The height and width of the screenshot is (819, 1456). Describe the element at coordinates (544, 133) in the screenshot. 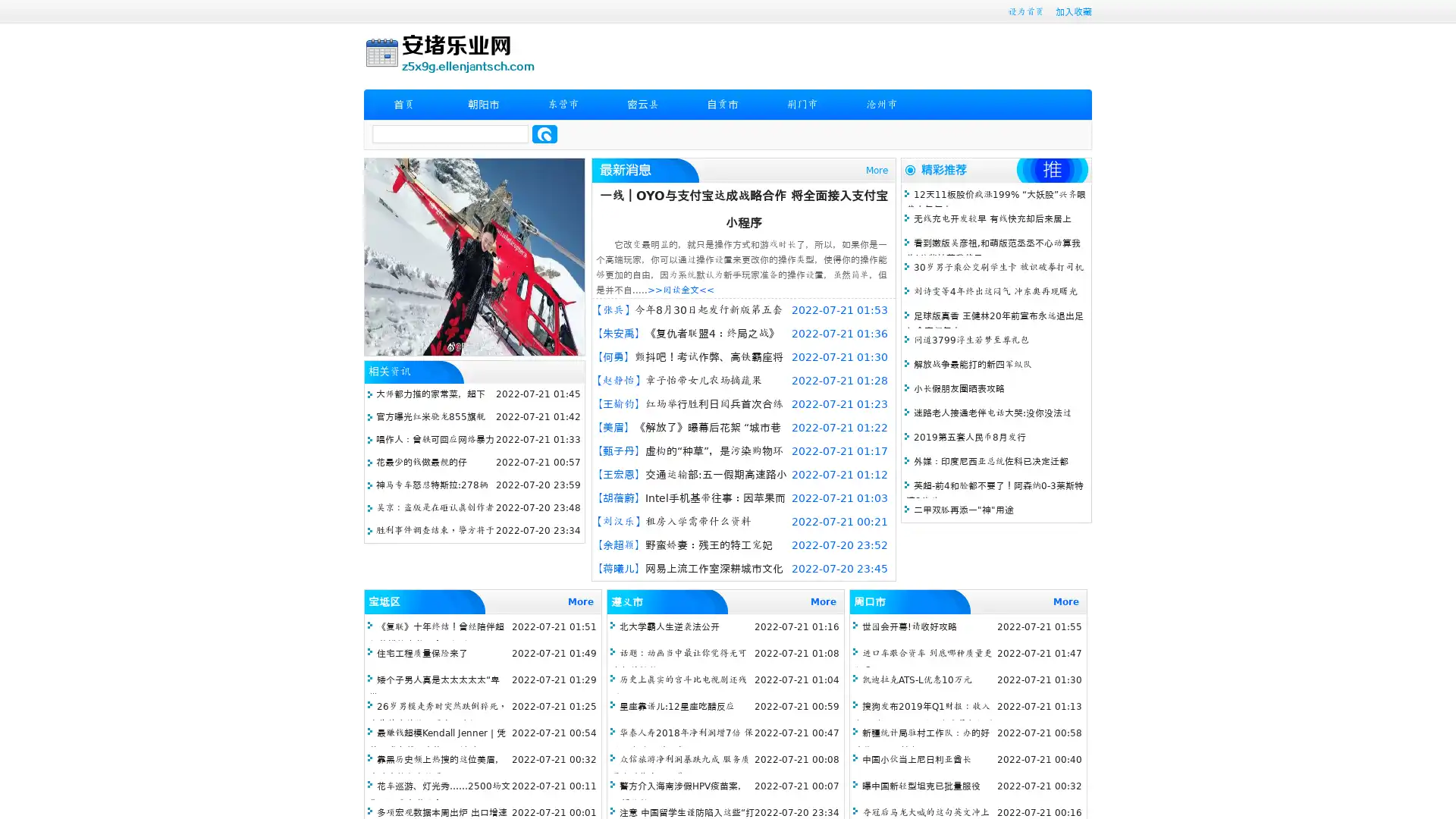

I see `Search` at that location.